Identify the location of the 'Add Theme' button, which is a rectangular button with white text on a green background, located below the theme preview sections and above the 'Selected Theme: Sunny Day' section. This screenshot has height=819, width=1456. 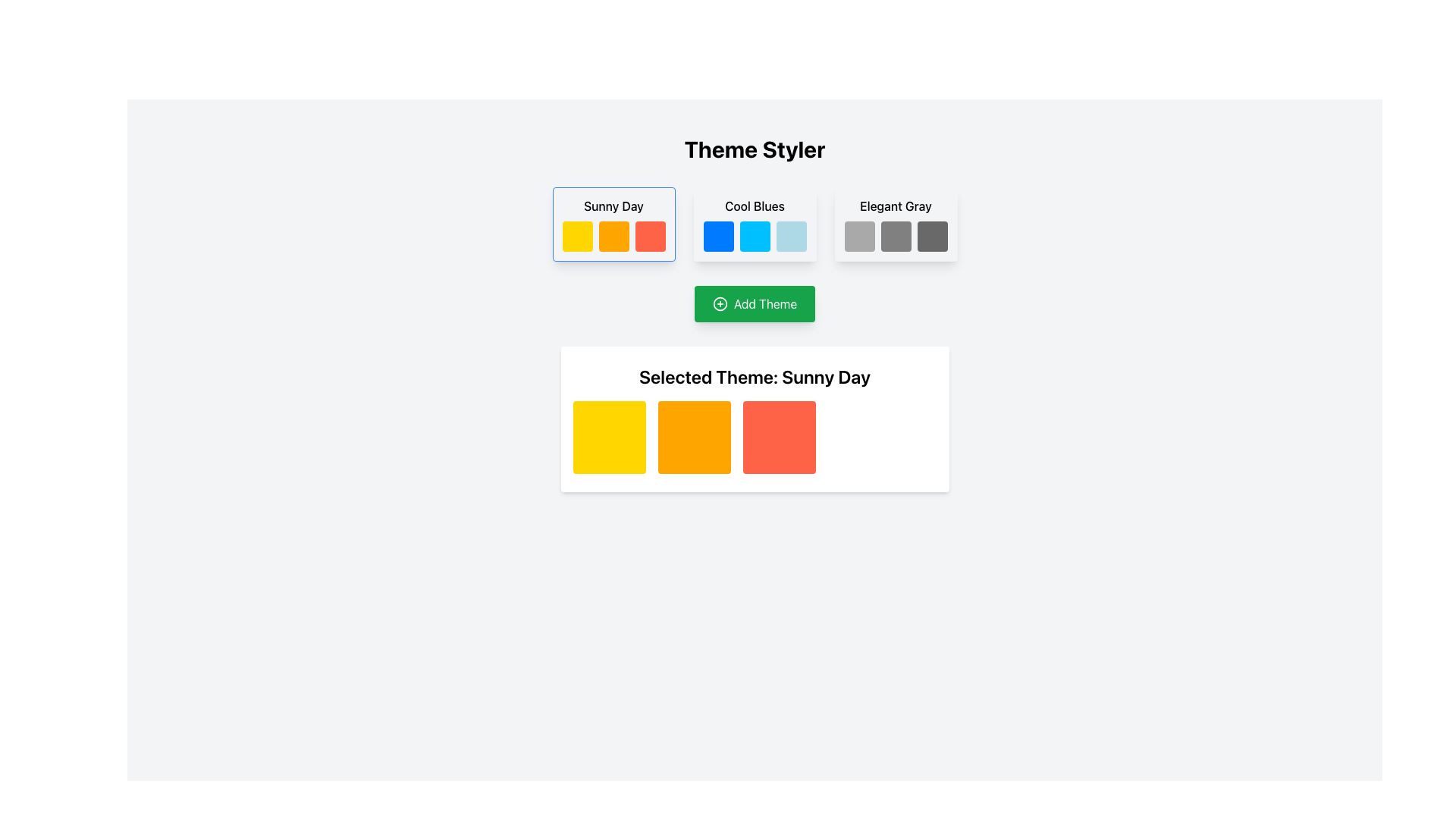
(755, 304).